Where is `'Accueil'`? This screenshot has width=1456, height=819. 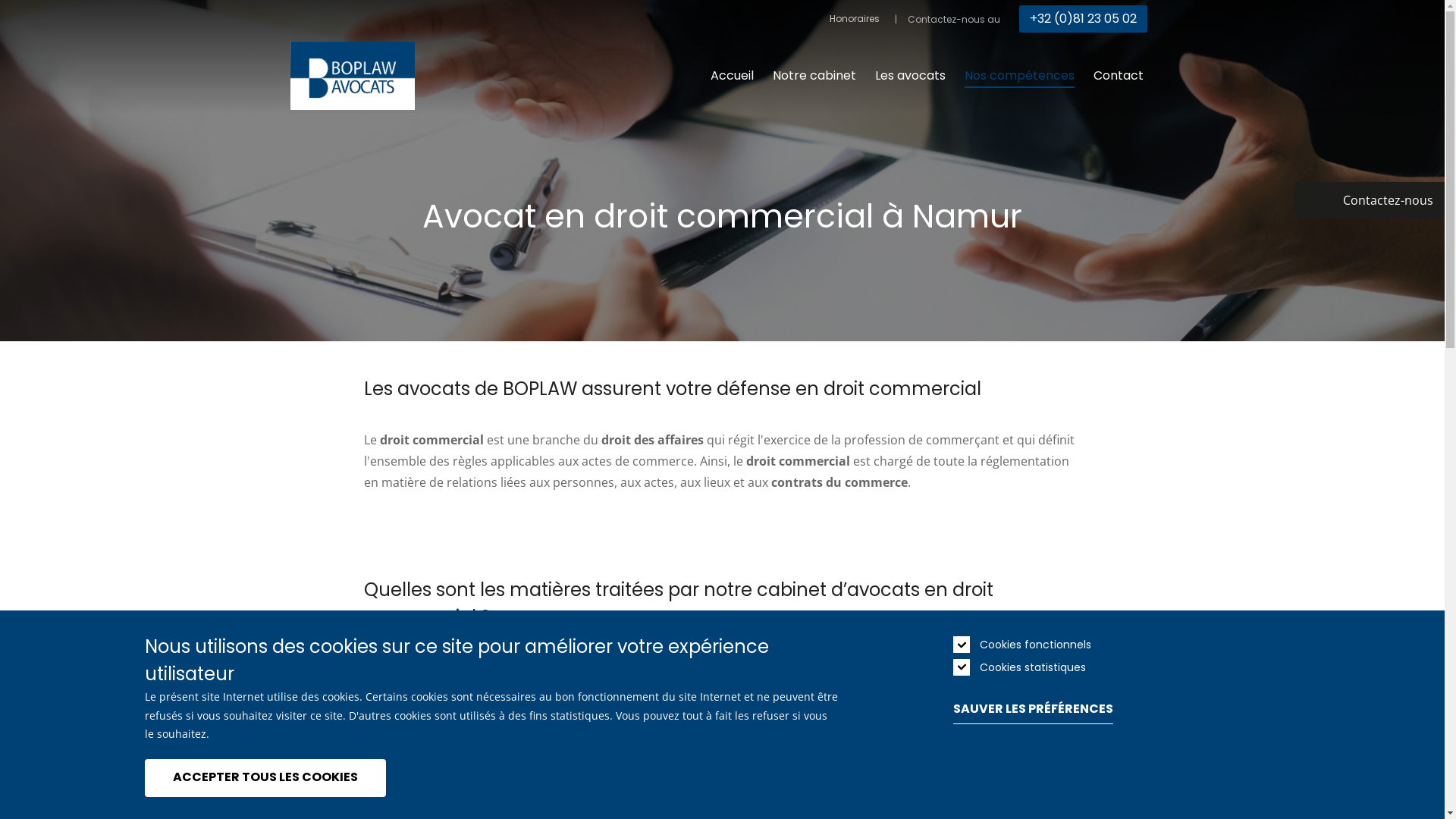 'Accueil' is located at coordinates (731, 76).